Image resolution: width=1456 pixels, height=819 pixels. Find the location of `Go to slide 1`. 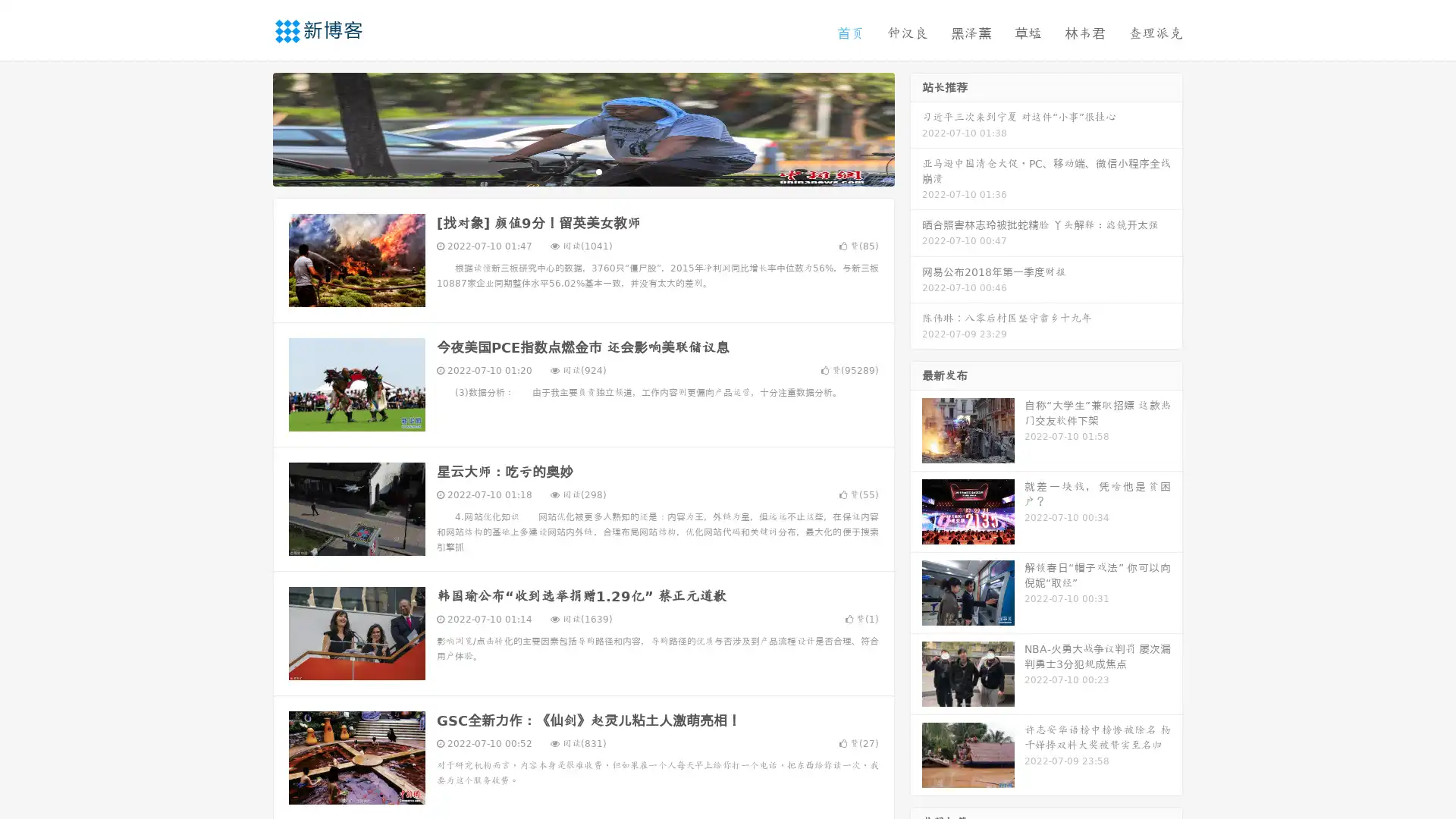

Go to slide 1 is located at coordinates (567, 171).